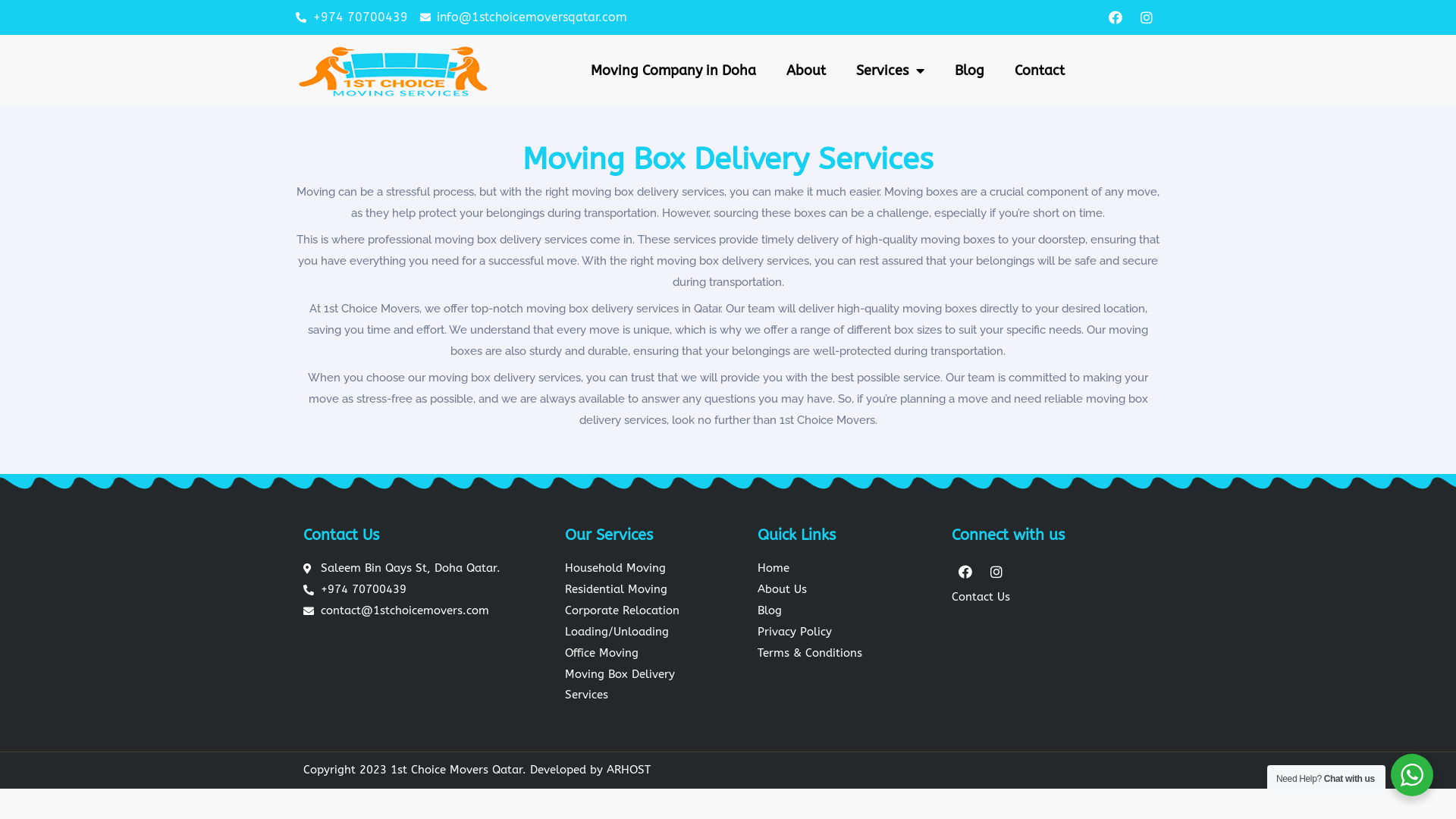  I want to click on 'Residential Moving', so click(642, 589).